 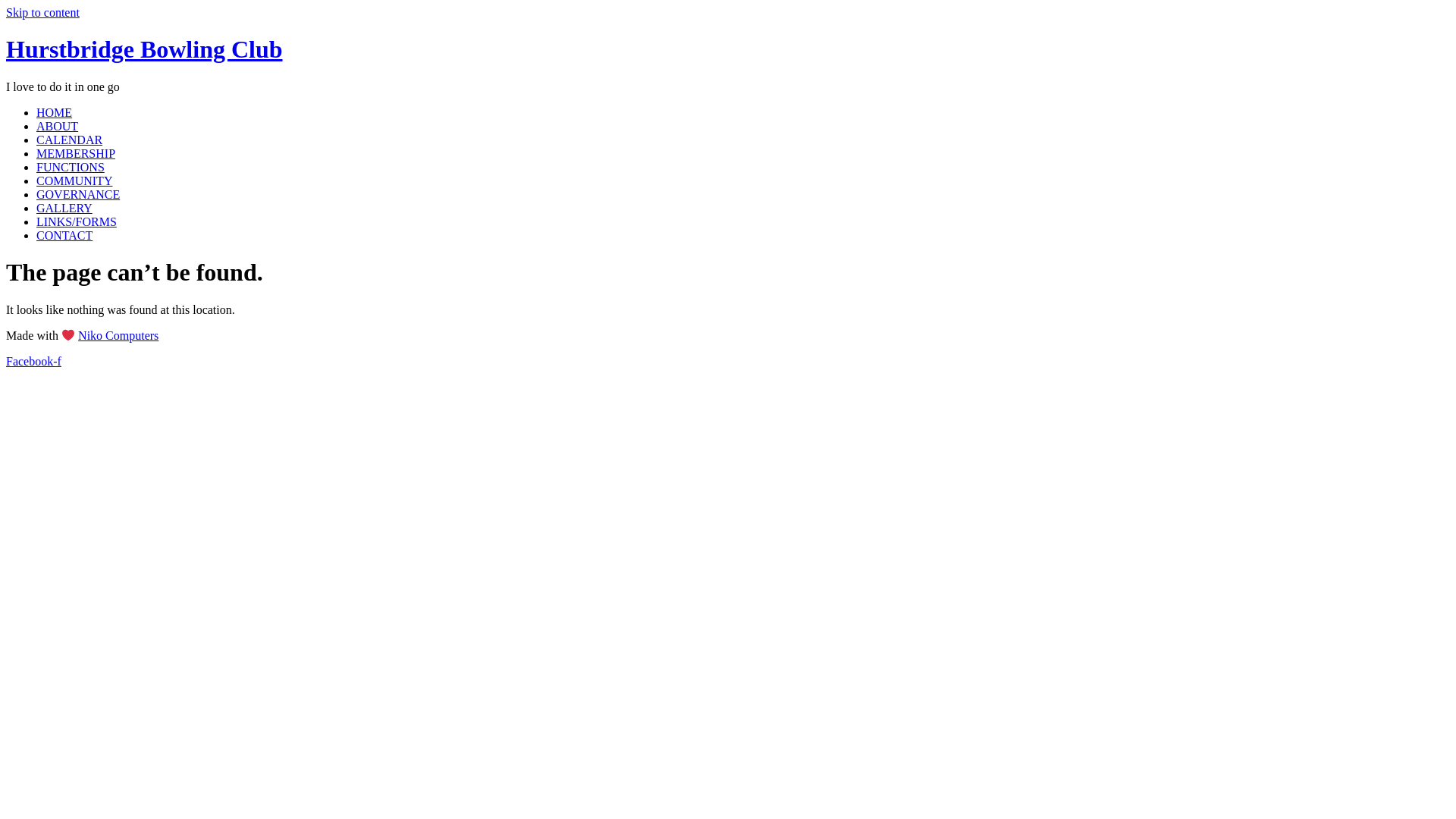 I want to click on 'Skip to content', so click(x=42, y=12).